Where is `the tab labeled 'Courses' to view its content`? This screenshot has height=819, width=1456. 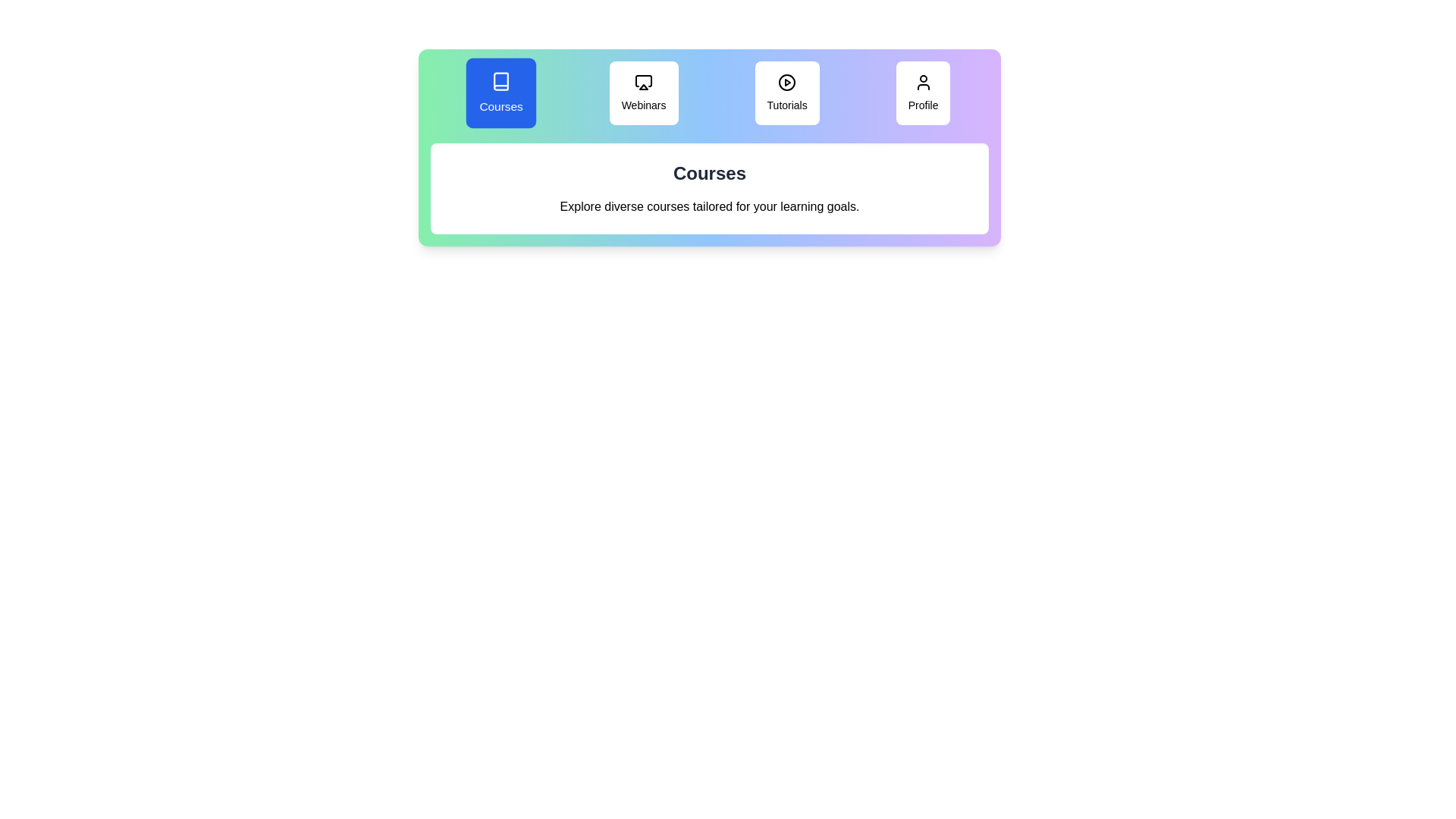
the tab labeled 'Courses' to view its content is located at coordinates (500, 93).